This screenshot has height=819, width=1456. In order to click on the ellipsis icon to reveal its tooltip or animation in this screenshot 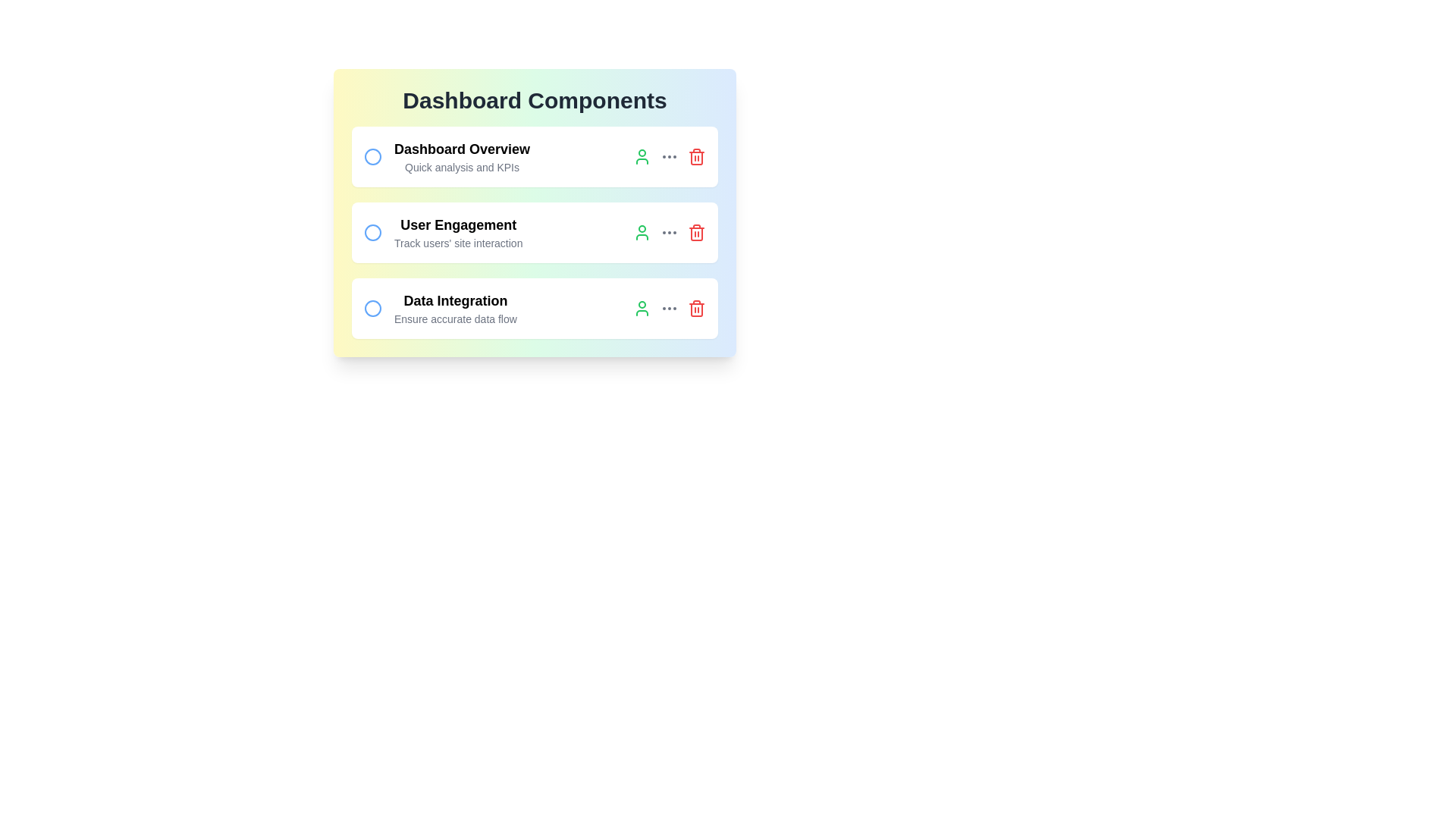, I will do `click(669, 157)`.